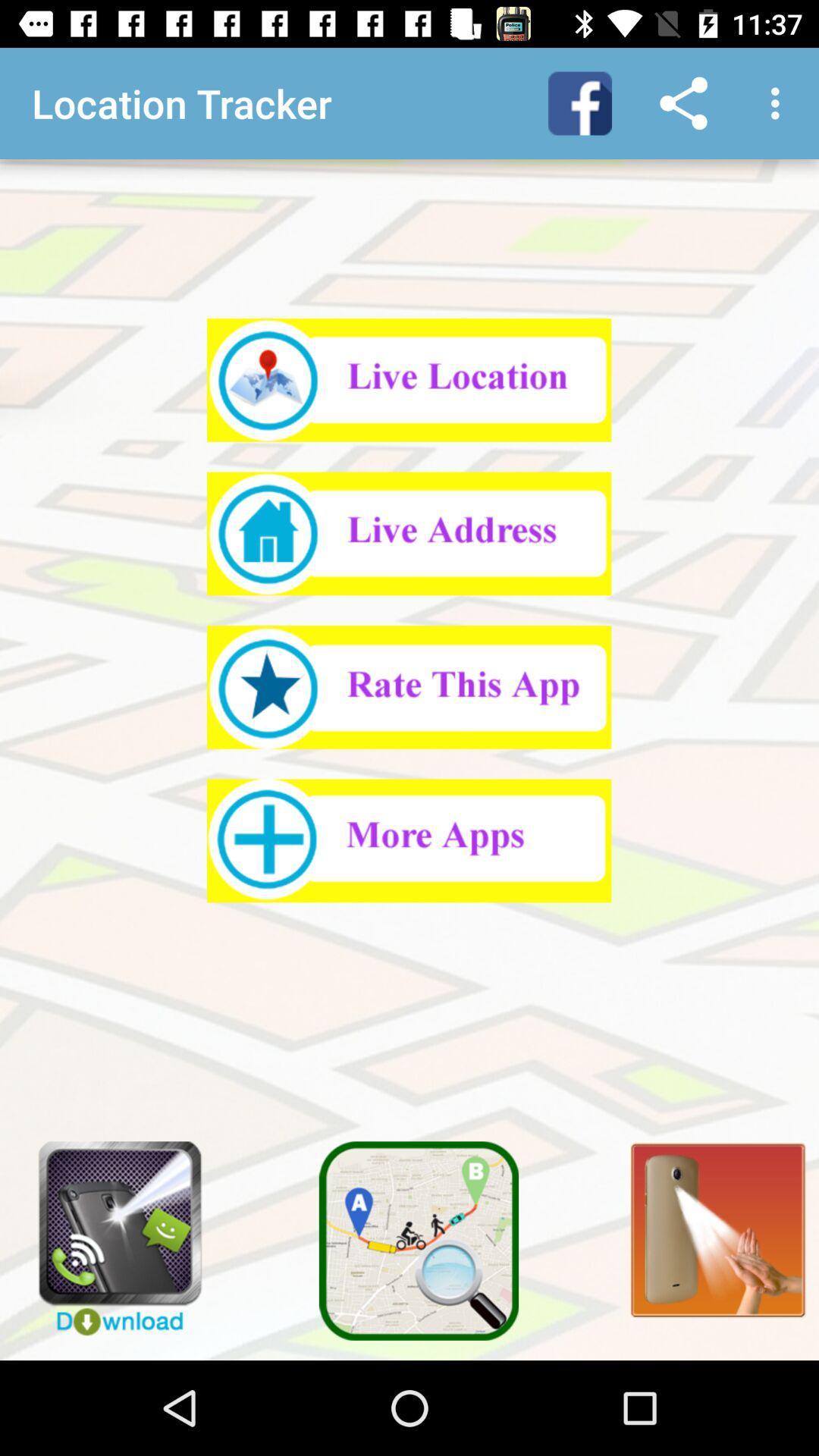 The width and height of the screenshot is (819, 1456). I want to click on rate the app, so click(408, 686).